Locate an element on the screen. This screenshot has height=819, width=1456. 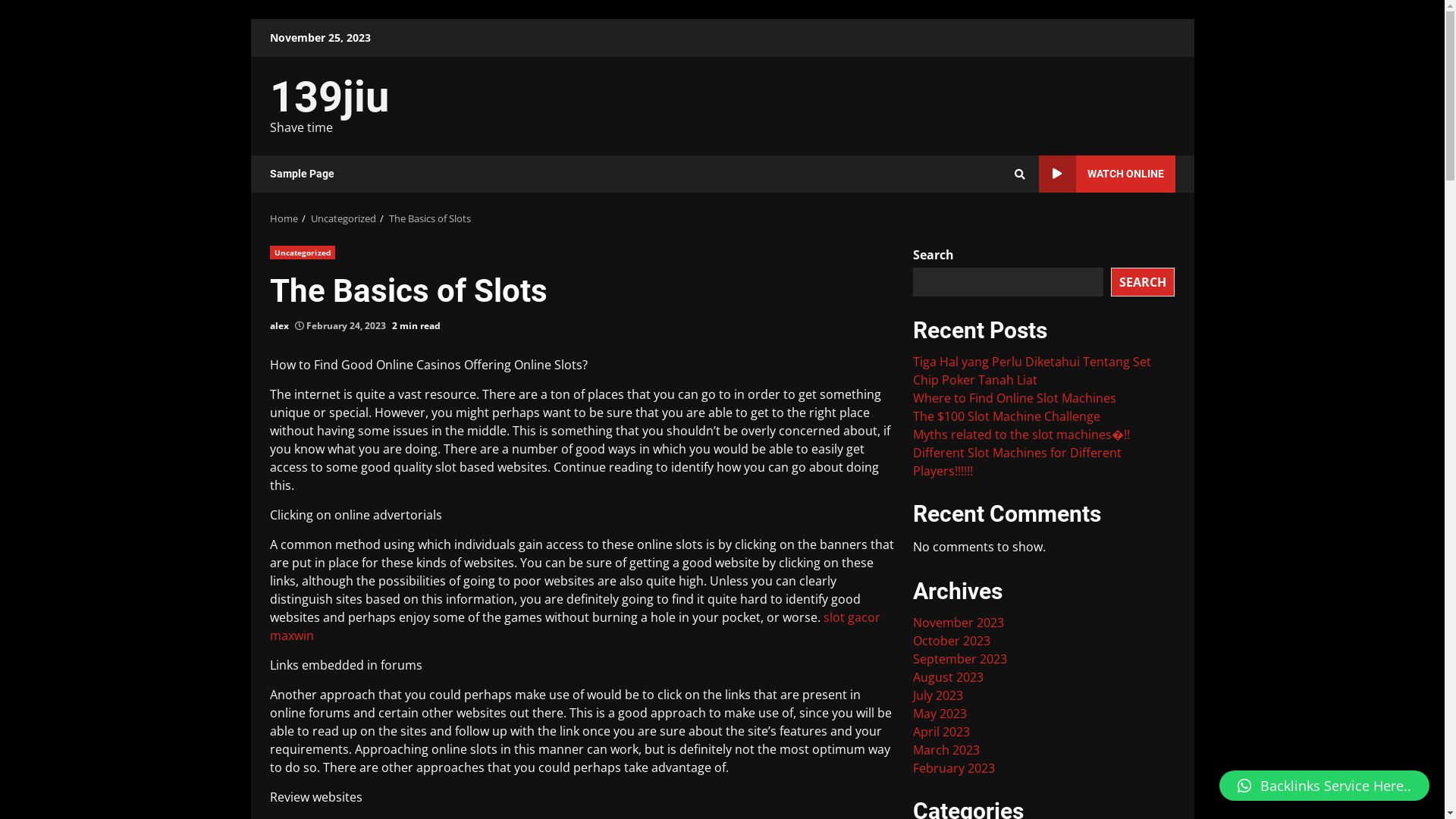
'August 2023' is located at coordinates (947, 676).